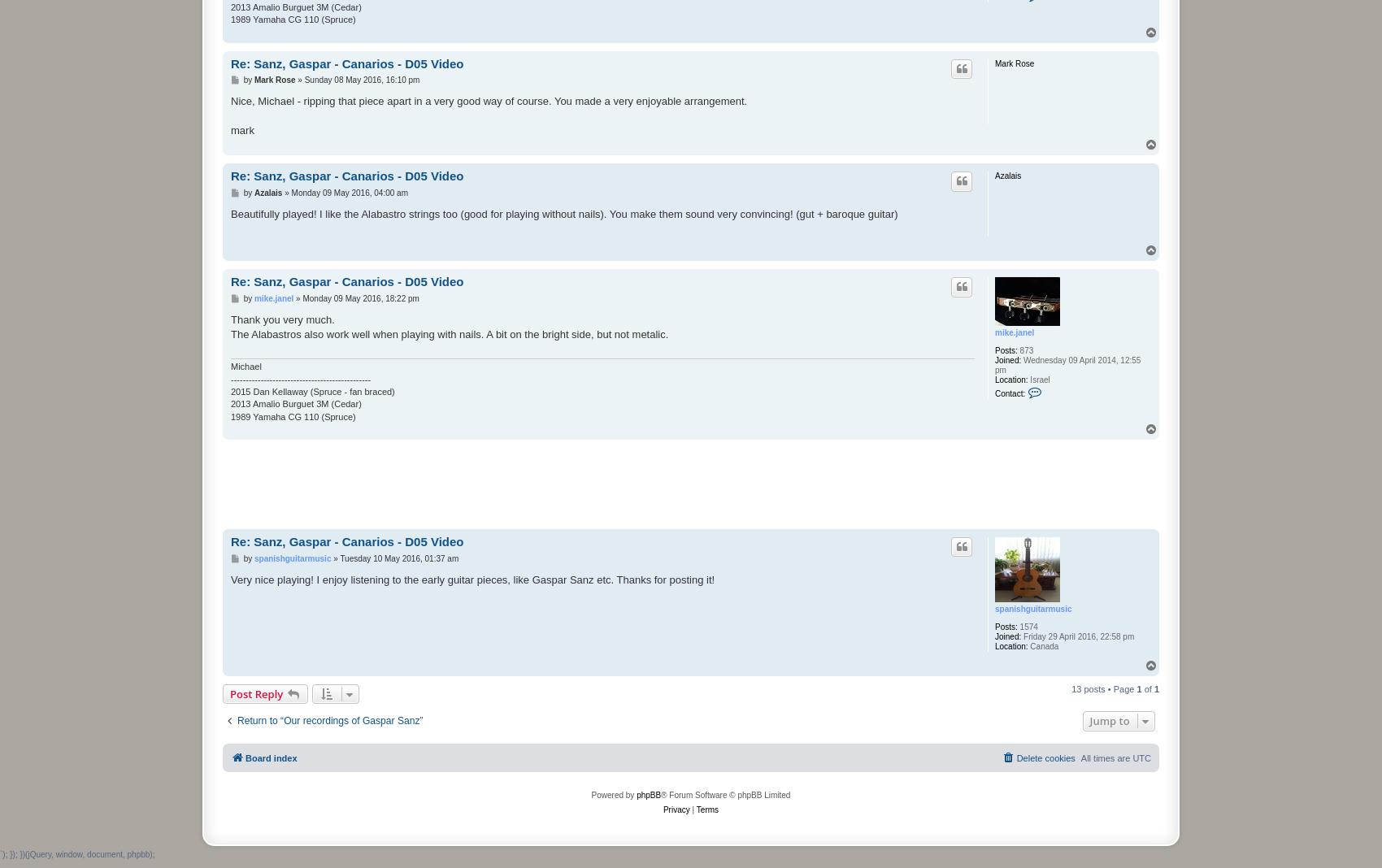  I want to click on 'Powered by', so click(612, 794).